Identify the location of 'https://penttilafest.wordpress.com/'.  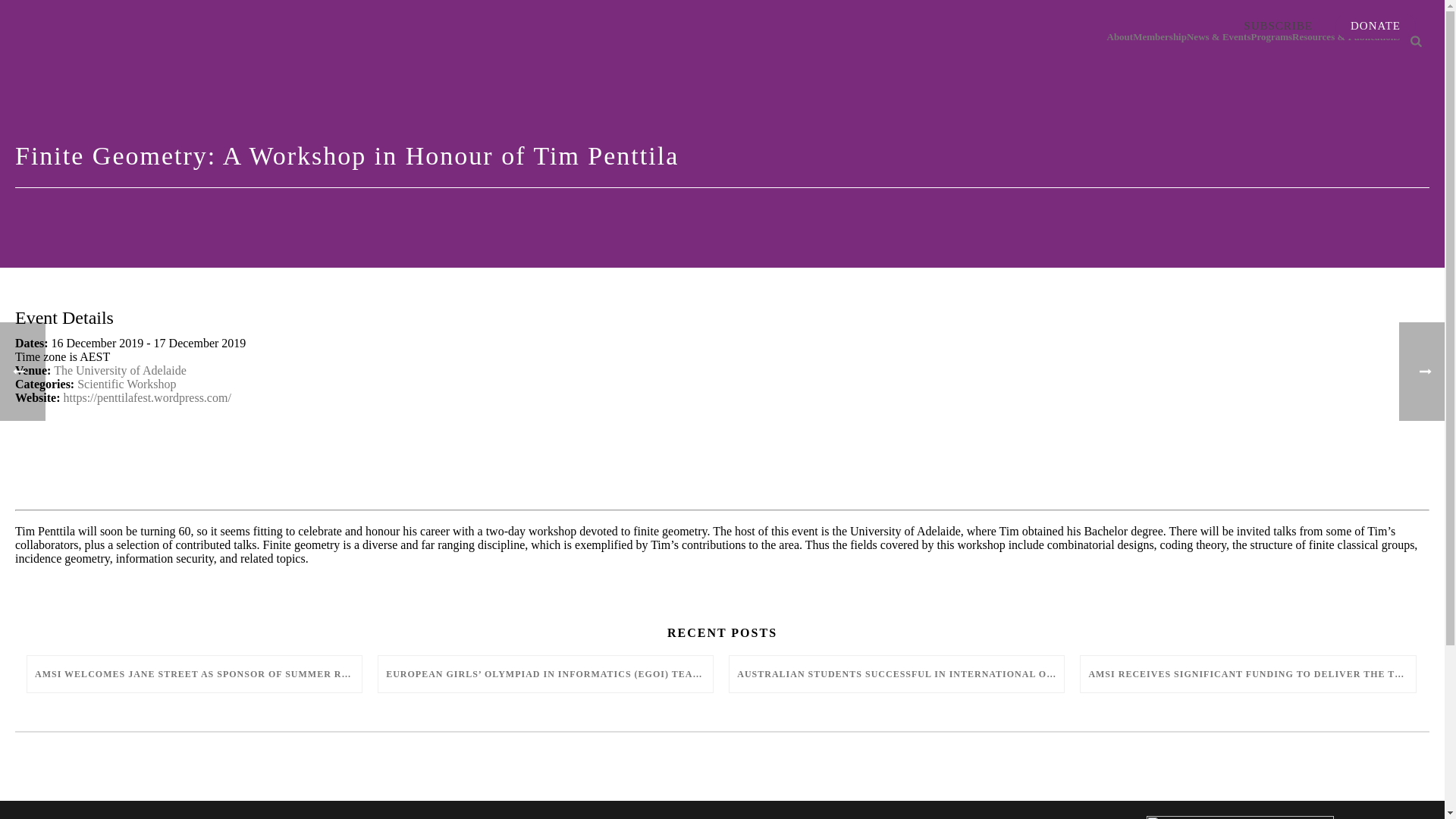
(62, 397).